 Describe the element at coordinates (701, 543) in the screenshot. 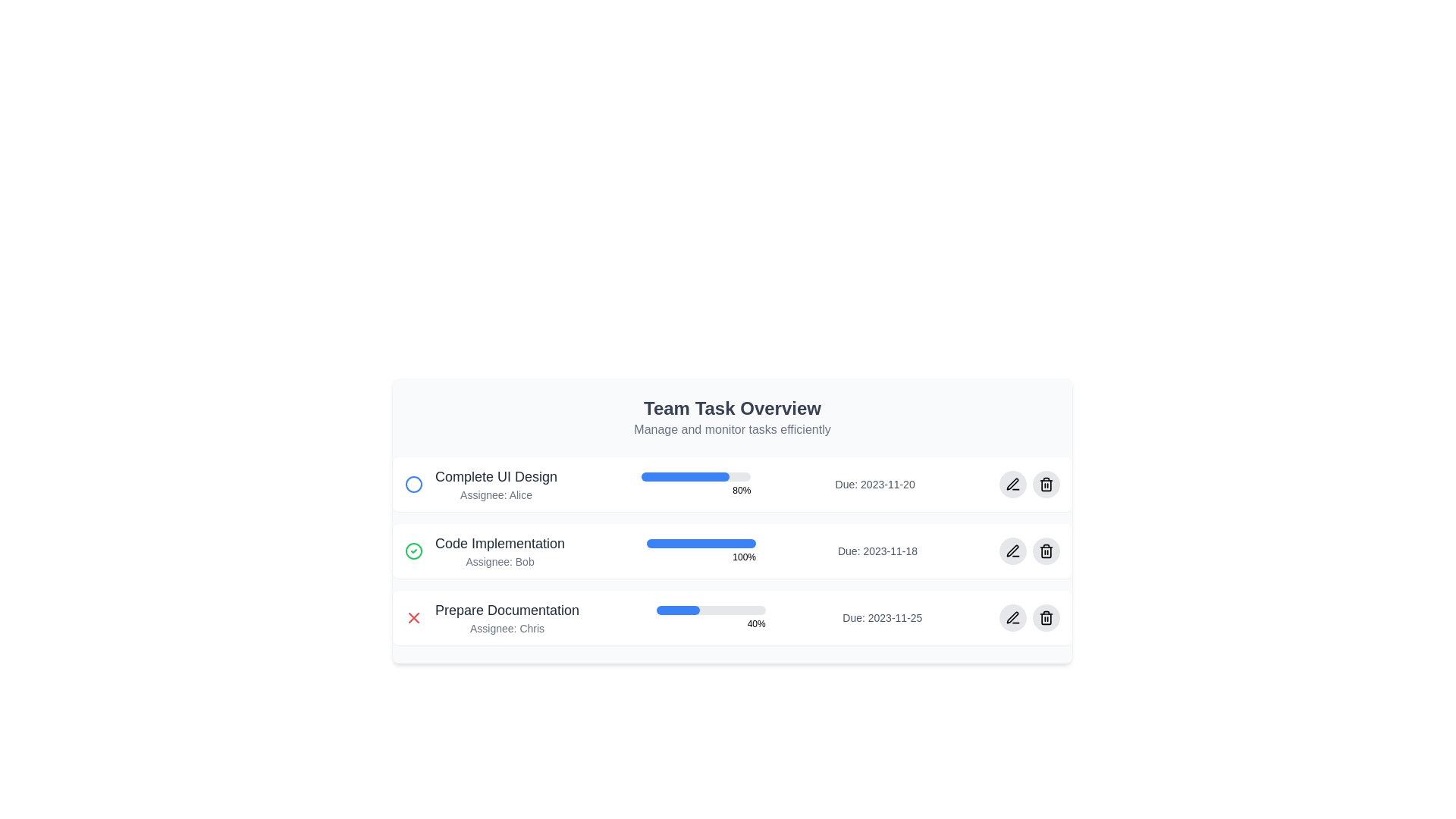

I see `the visual progress level of the progress bar for the second item, 'Code Implementation', in the task list, which is centrally positioned within its list item` at that location.